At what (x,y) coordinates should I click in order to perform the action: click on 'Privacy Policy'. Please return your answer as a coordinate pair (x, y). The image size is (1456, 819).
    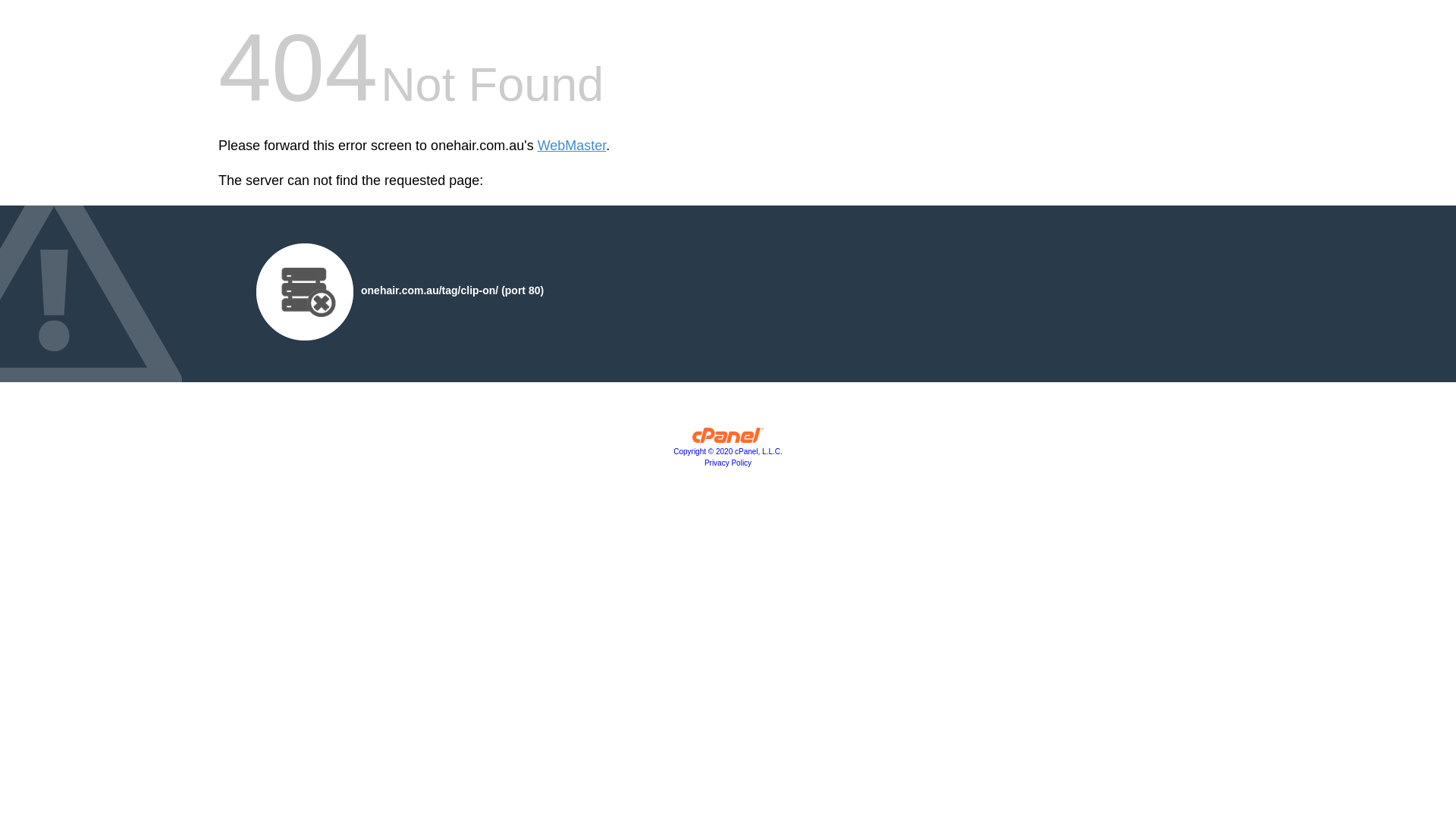
    Looking at the image, I should click on (728, 462).